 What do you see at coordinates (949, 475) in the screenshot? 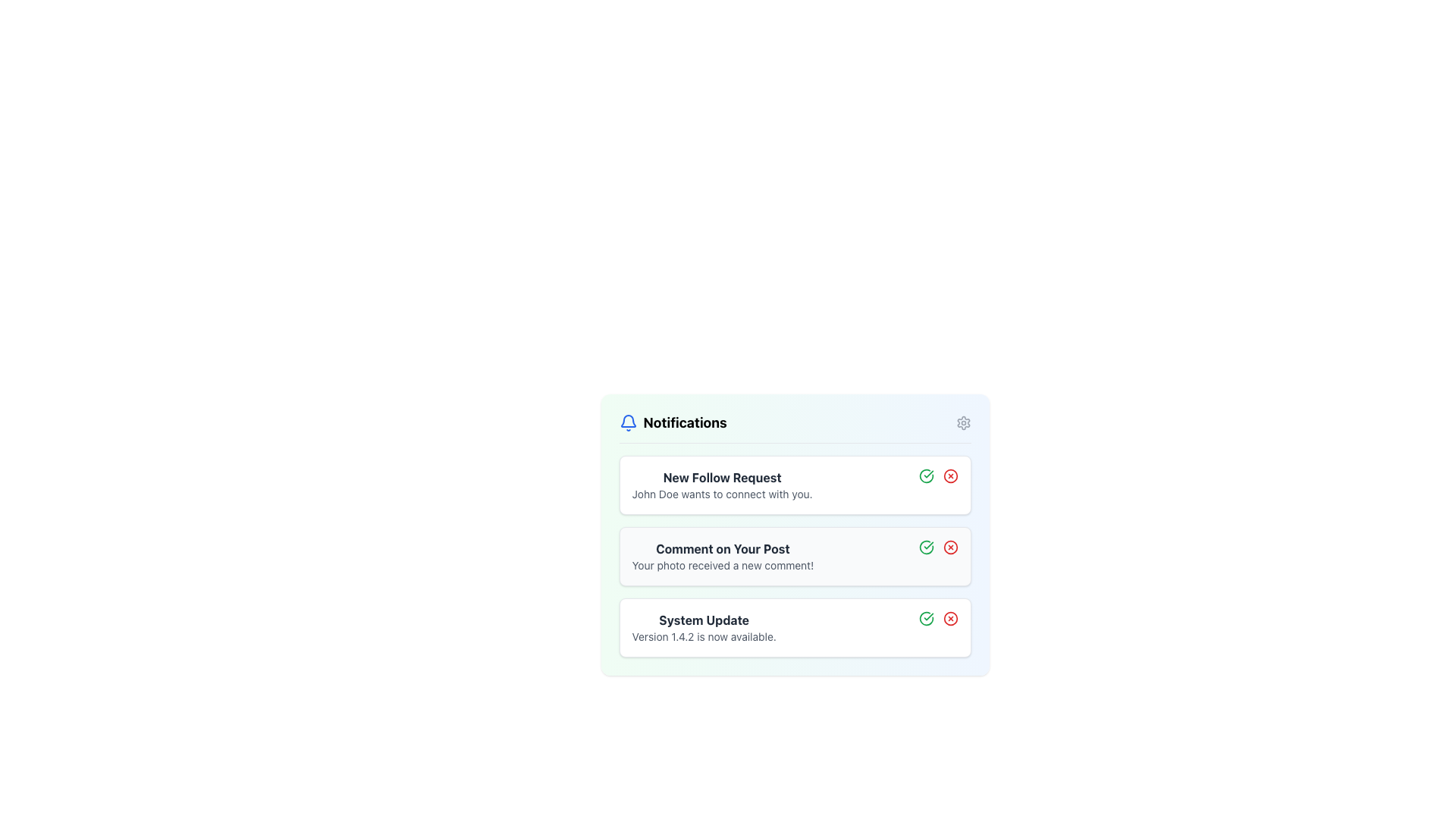
I see `the red 'X' icon, a circular button used for dismissing notifications, located to the far right of the first notification item` at bounding box center [949, 475].